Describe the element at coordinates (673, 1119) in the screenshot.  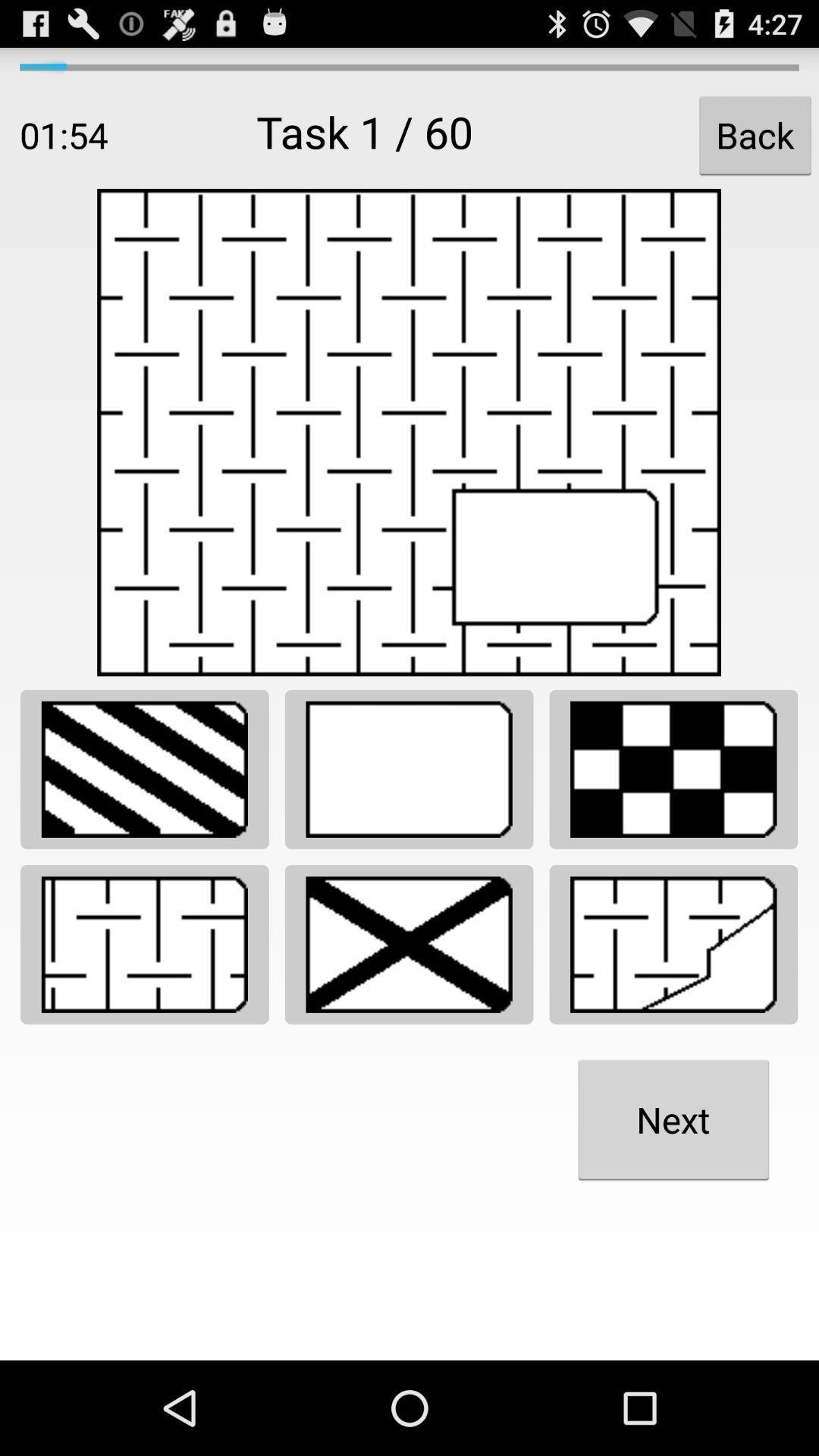
I see `the button at the bottom right corner` at that location.